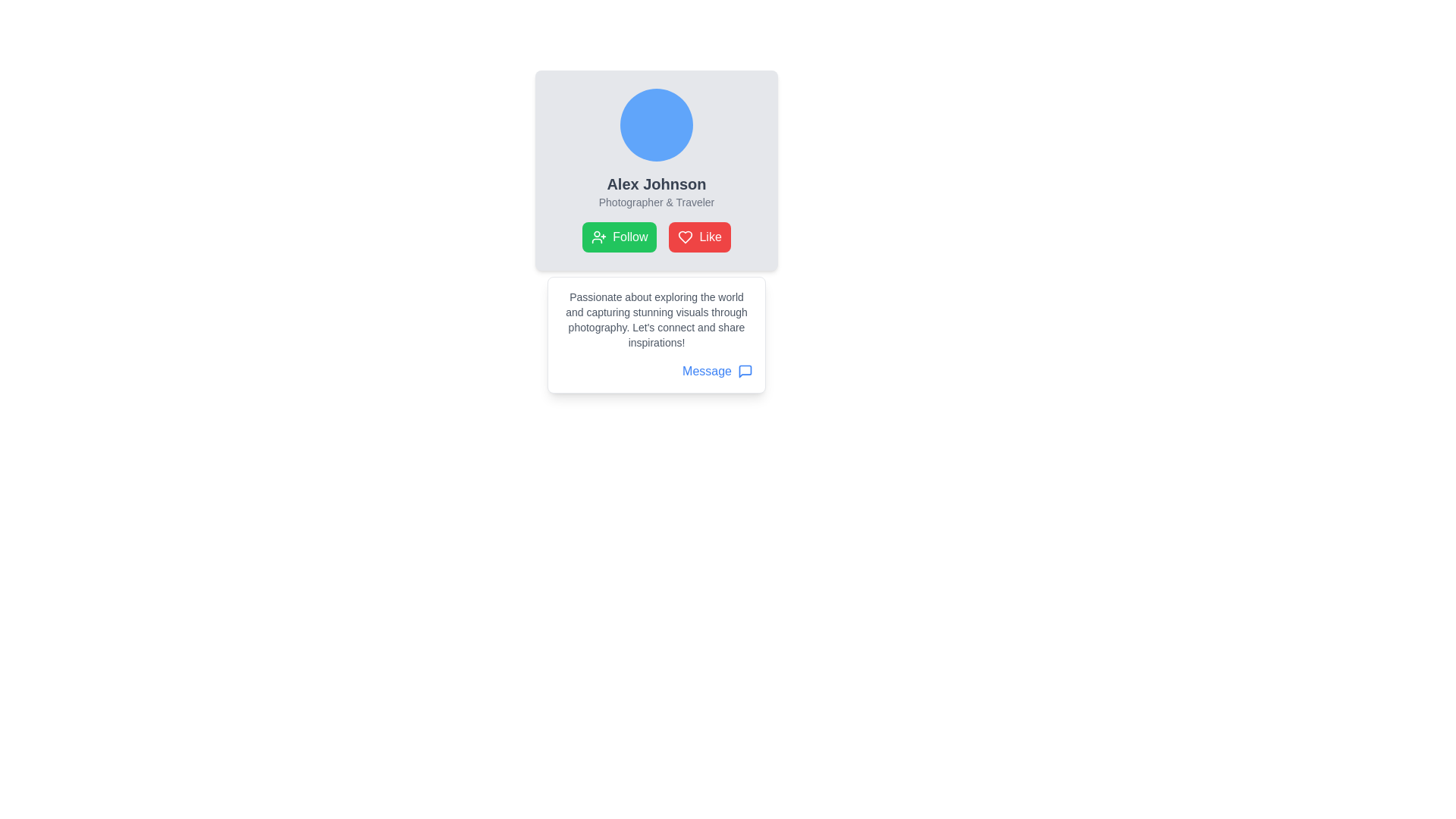 The width and height of the screenshot is (1456, 819). I want to click on the speech bubble icon located next to the word 'Message' at the bottom-right corner of the message text box, so click(745, 371).